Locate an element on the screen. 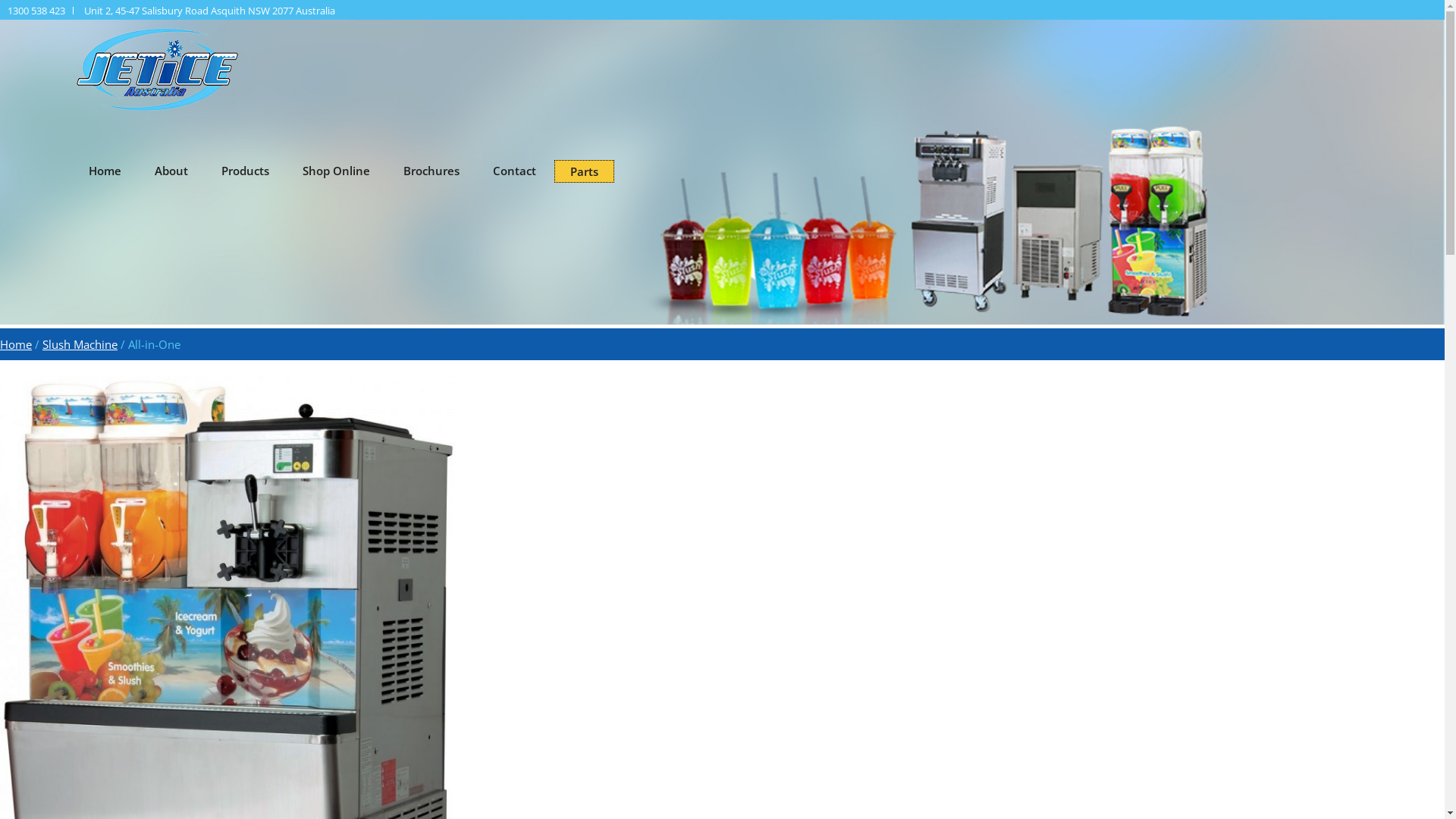  'Shop Online' is located at coordinates (335, 170).